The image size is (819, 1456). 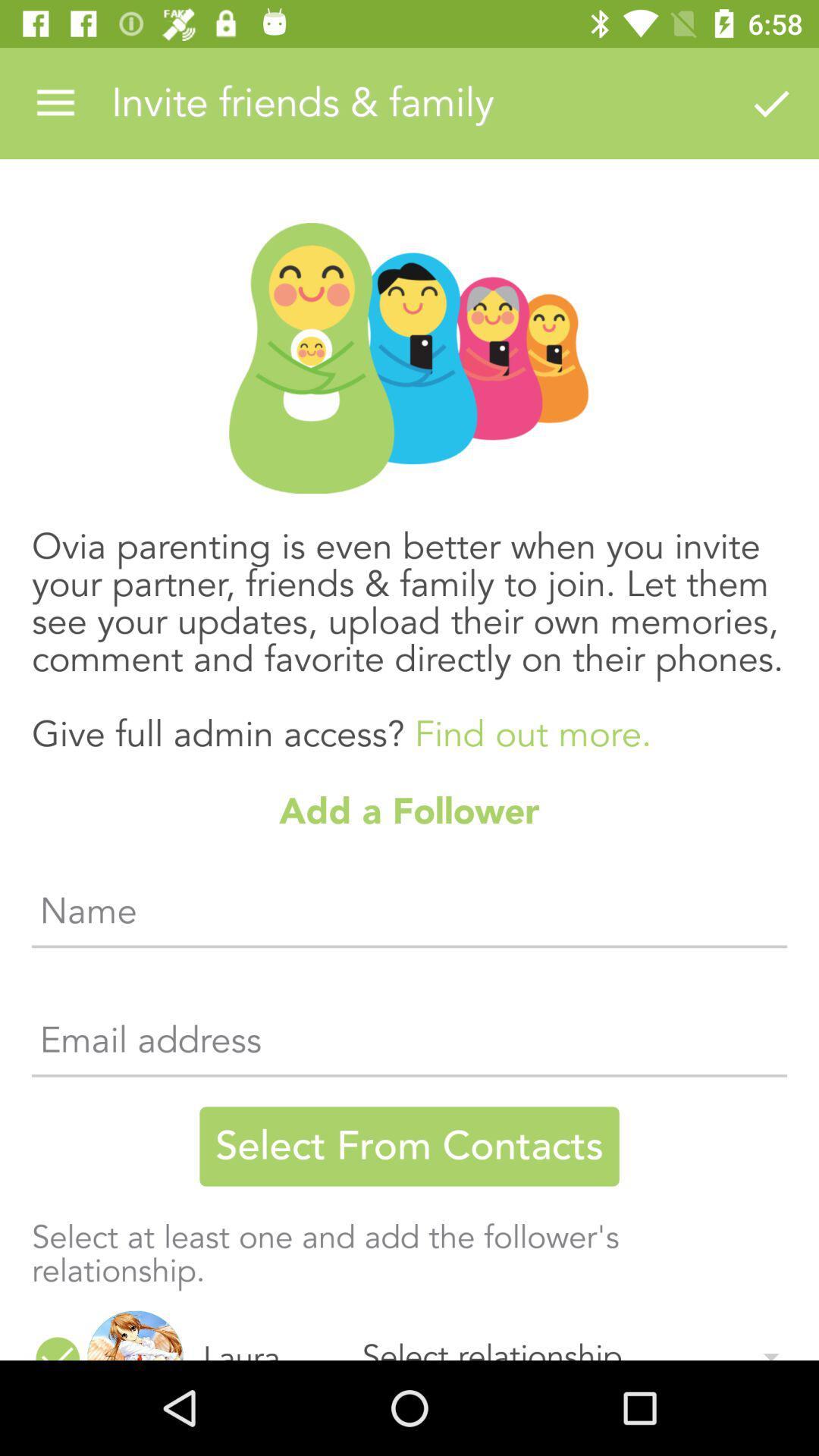 I want to click on the select from contacts, so click(x=409, y=1147).